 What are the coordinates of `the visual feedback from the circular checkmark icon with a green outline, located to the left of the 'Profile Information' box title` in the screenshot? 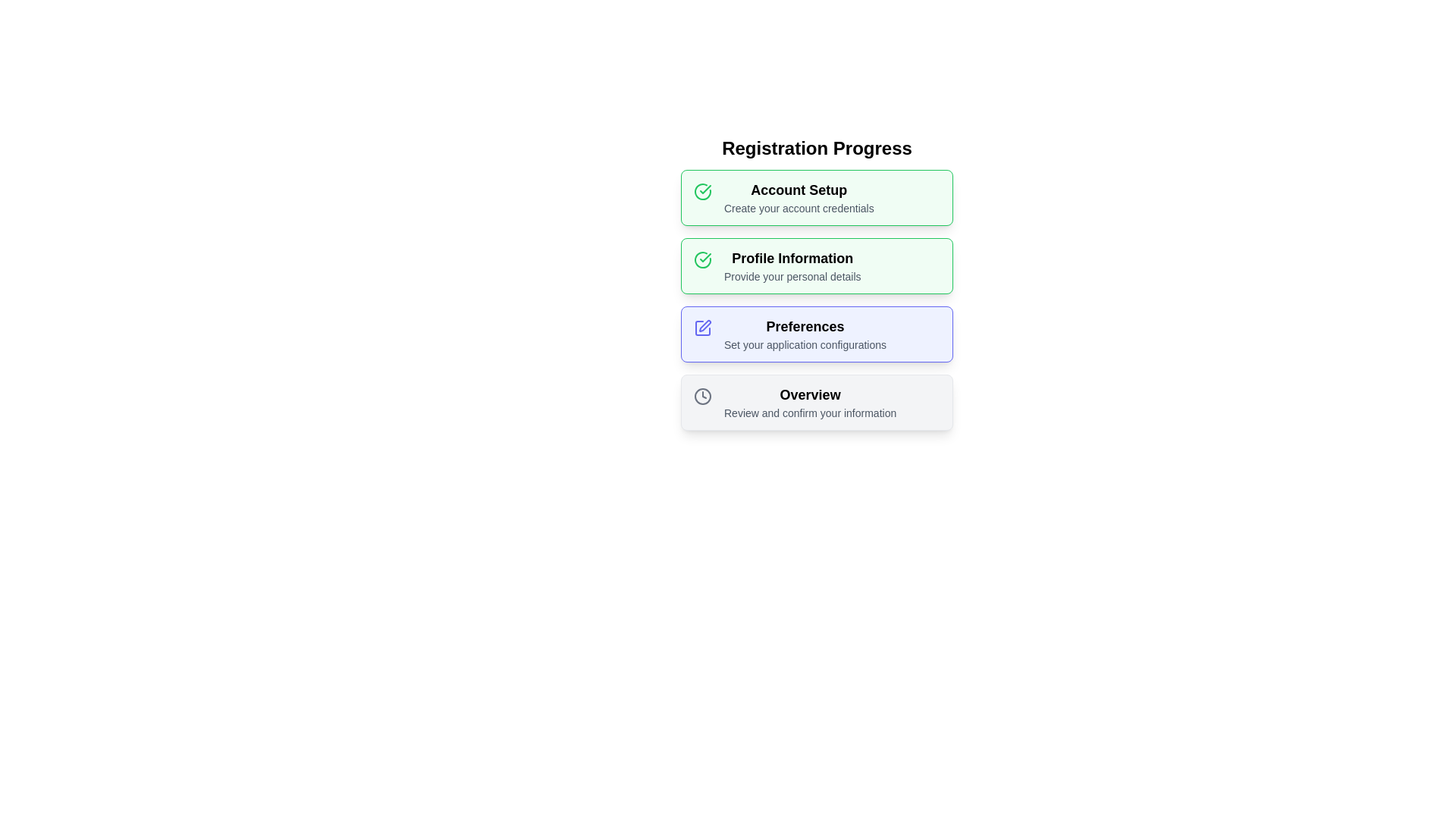 It's located at (701, 191).